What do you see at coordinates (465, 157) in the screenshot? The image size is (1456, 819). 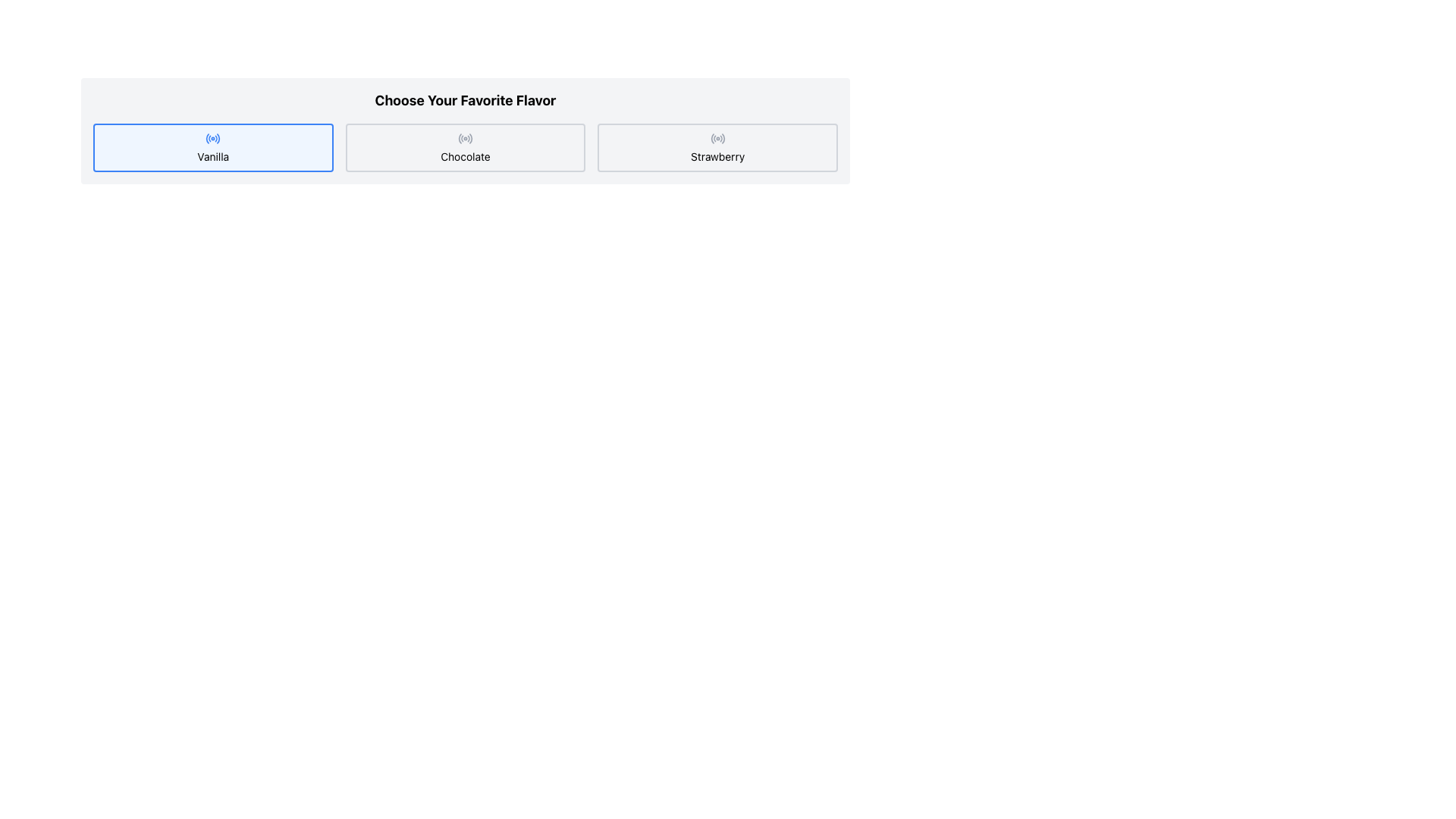 I see `text label indicating the option 'Chocolate' in the middle of the selection group` at bounding box center [465, 157].